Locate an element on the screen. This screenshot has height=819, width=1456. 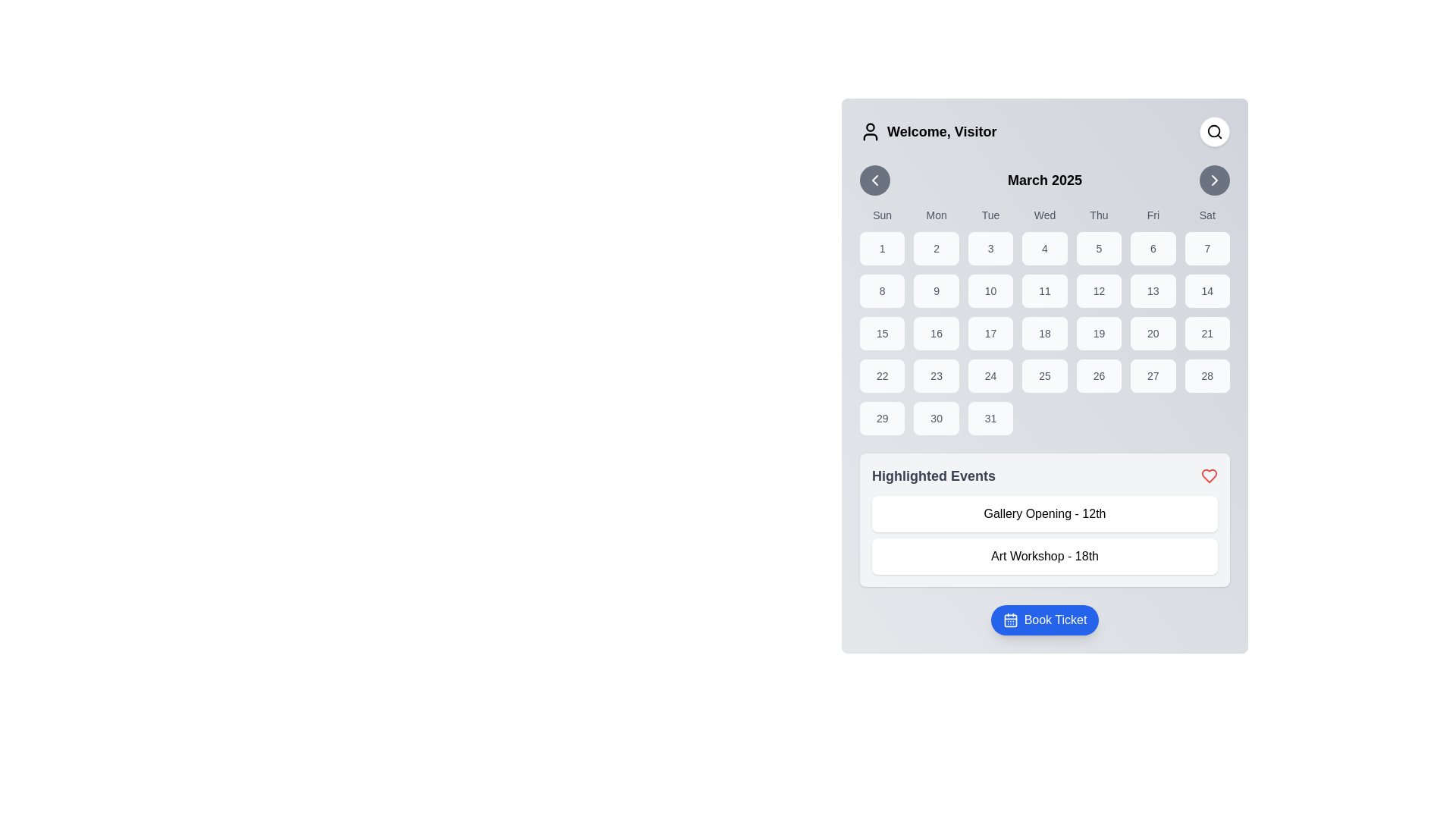
the upper component of the user profile icon, which is represented by a circular SVG element located at the top-left portion of the interface is located at coordinates (870, 127).